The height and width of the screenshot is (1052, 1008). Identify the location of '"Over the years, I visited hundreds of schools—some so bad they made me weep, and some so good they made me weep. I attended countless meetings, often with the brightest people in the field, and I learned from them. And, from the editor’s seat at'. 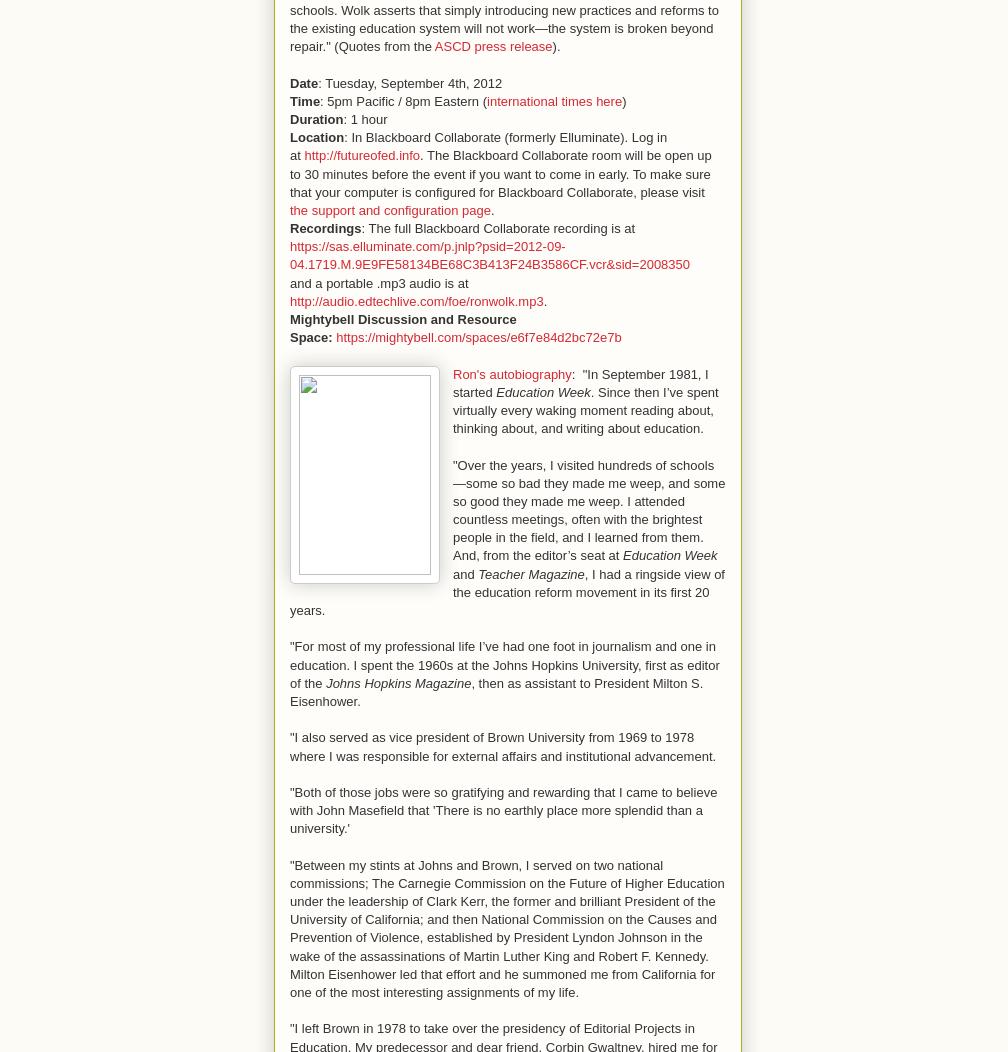
(588, 509).